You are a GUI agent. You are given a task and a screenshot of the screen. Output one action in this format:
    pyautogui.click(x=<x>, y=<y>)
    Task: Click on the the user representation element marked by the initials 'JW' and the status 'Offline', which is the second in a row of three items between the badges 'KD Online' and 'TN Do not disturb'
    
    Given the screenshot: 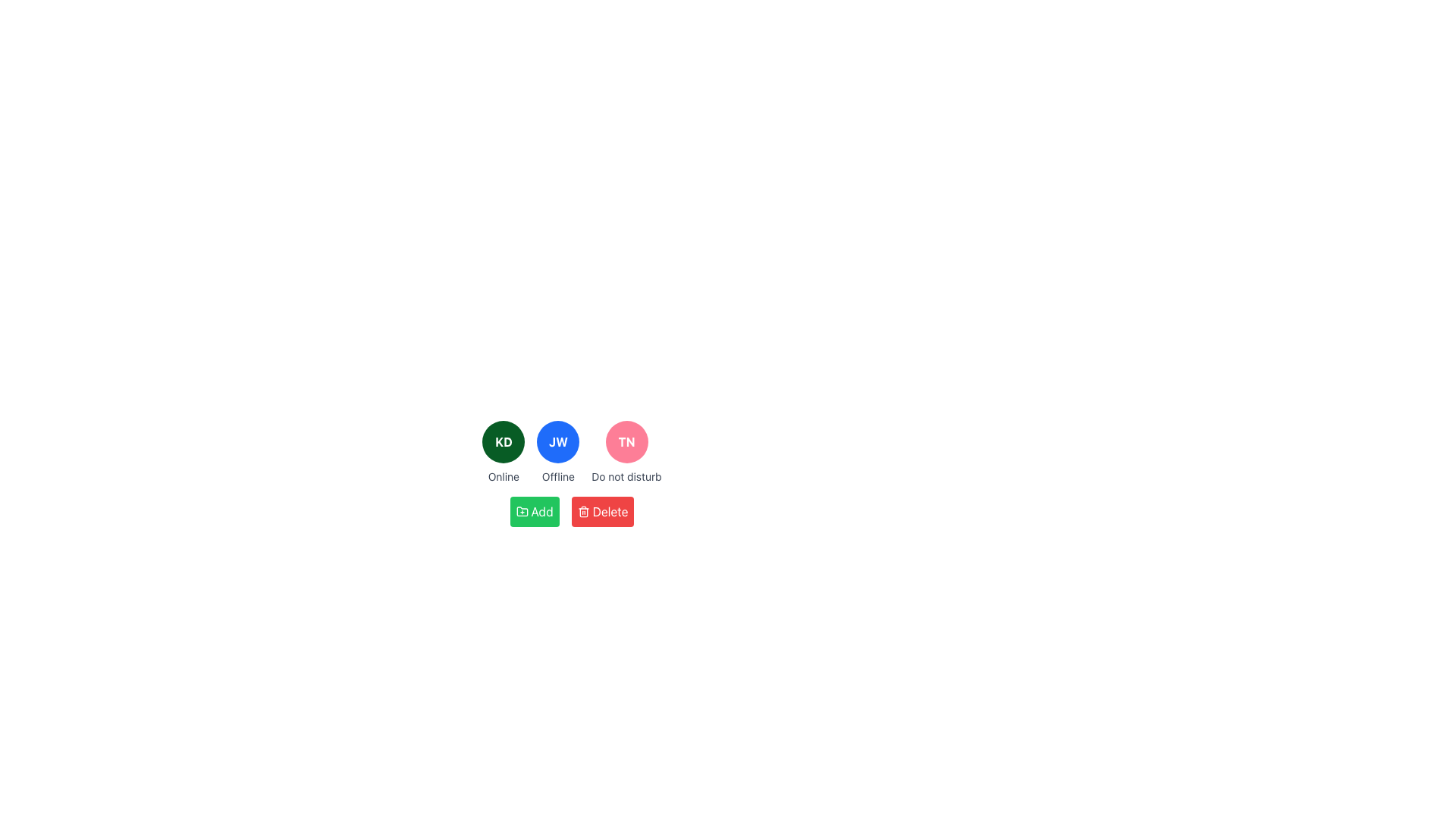 What is the action you would take?
    pyautogui.click(x=557, y=452)
    